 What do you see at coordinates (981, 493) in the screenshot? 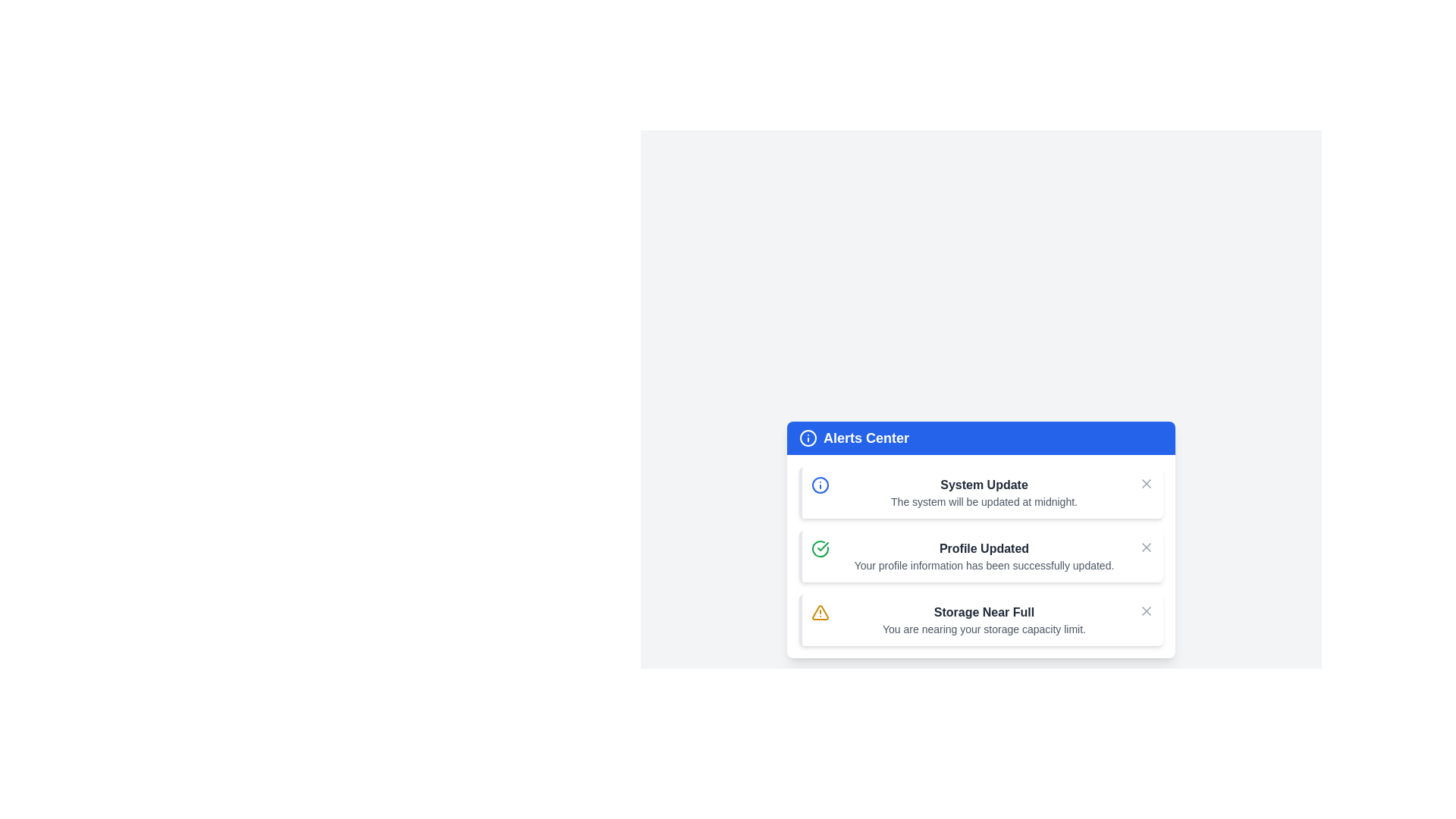
I see `the Notification Banner displaying 'System Update' with the description 'The system will be updated at midnight.'` at bounding box center [981, 493].